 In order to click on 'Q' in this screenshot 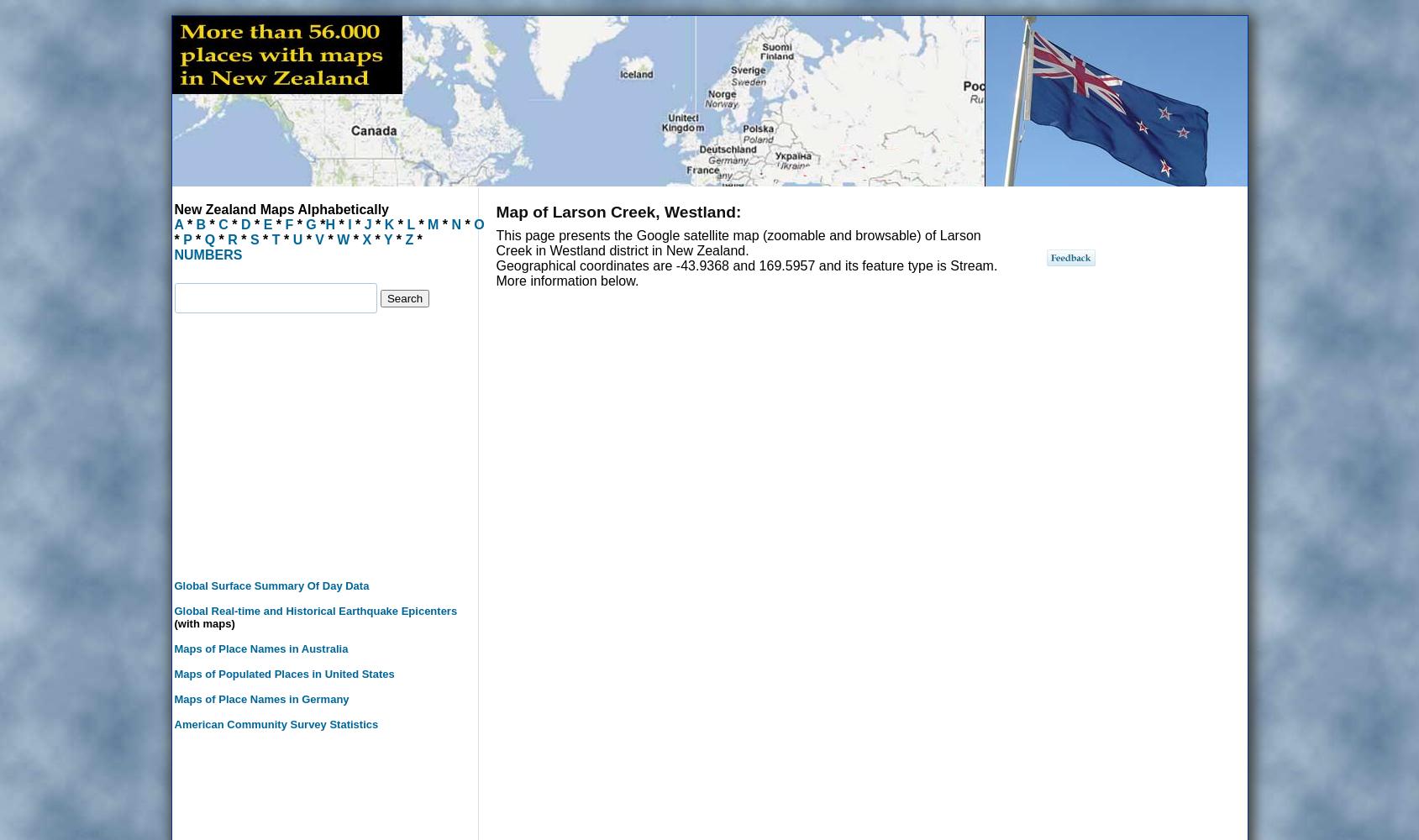, I will do `click(208, 239)`.